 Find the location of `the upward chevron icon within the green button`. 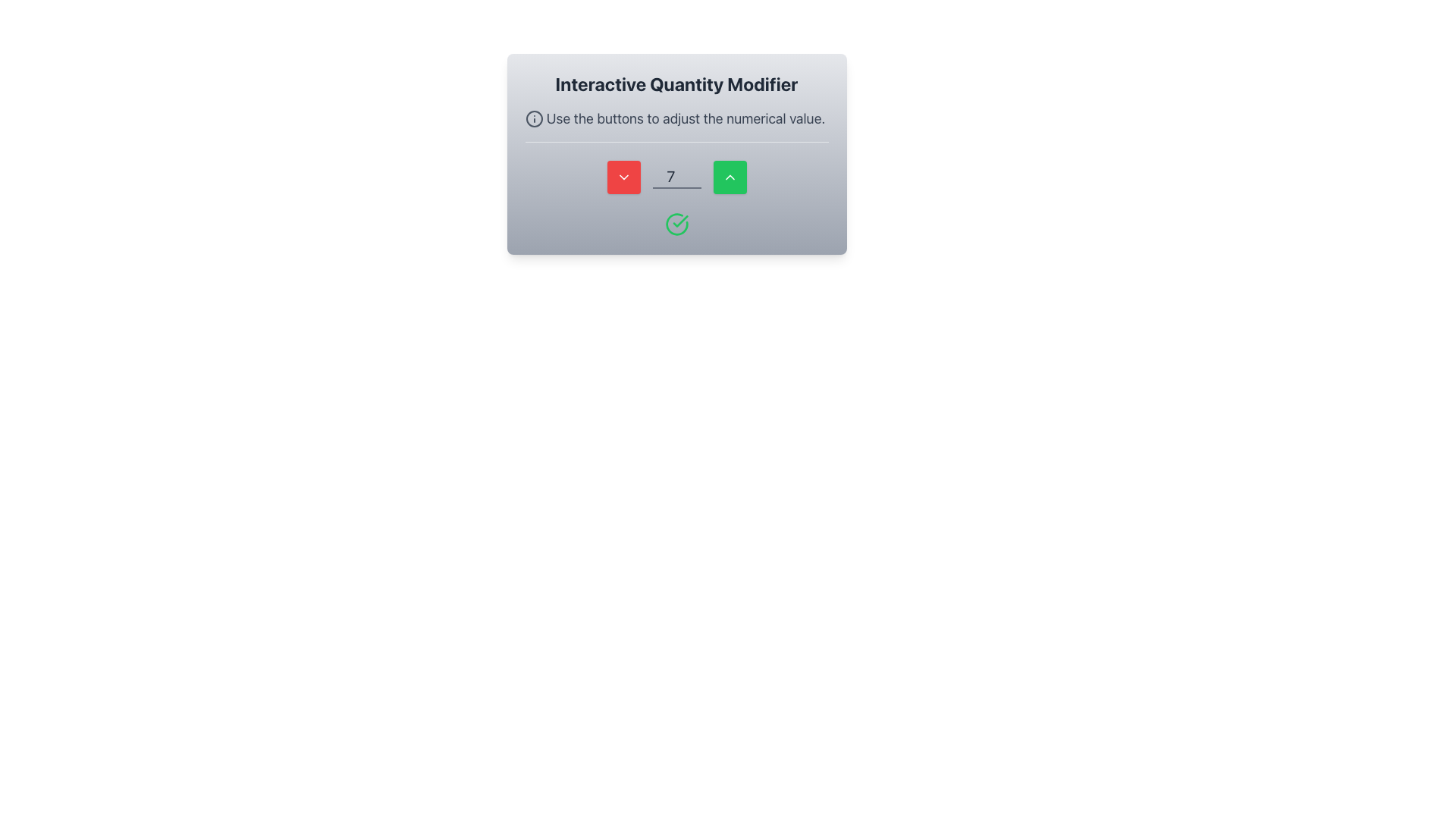

the upward chevron icon within the green button is located at coordinates (730, 177).